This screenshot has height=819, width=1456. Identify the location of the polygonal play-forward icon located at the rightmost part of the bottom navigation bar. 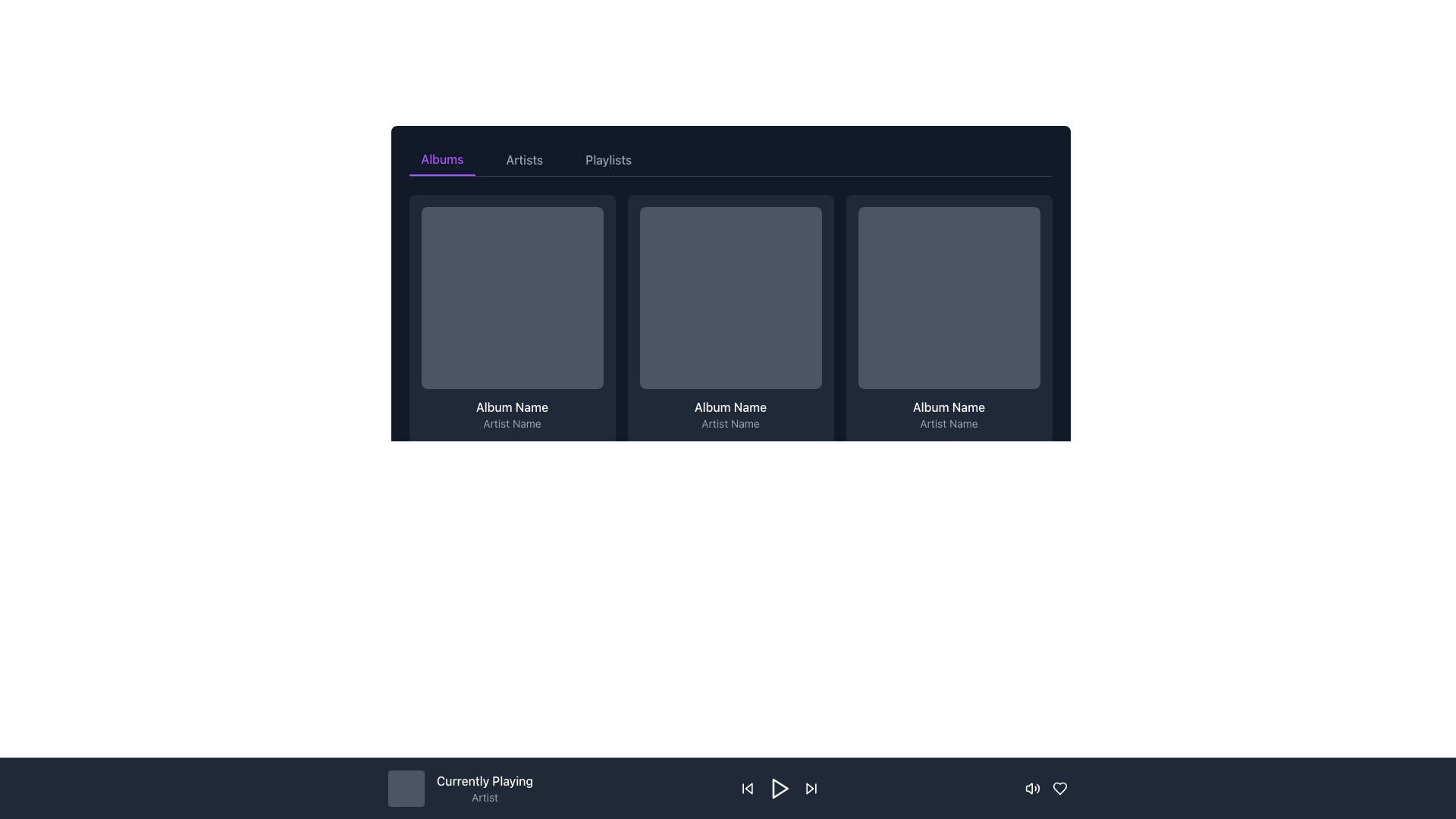
(808, 788).